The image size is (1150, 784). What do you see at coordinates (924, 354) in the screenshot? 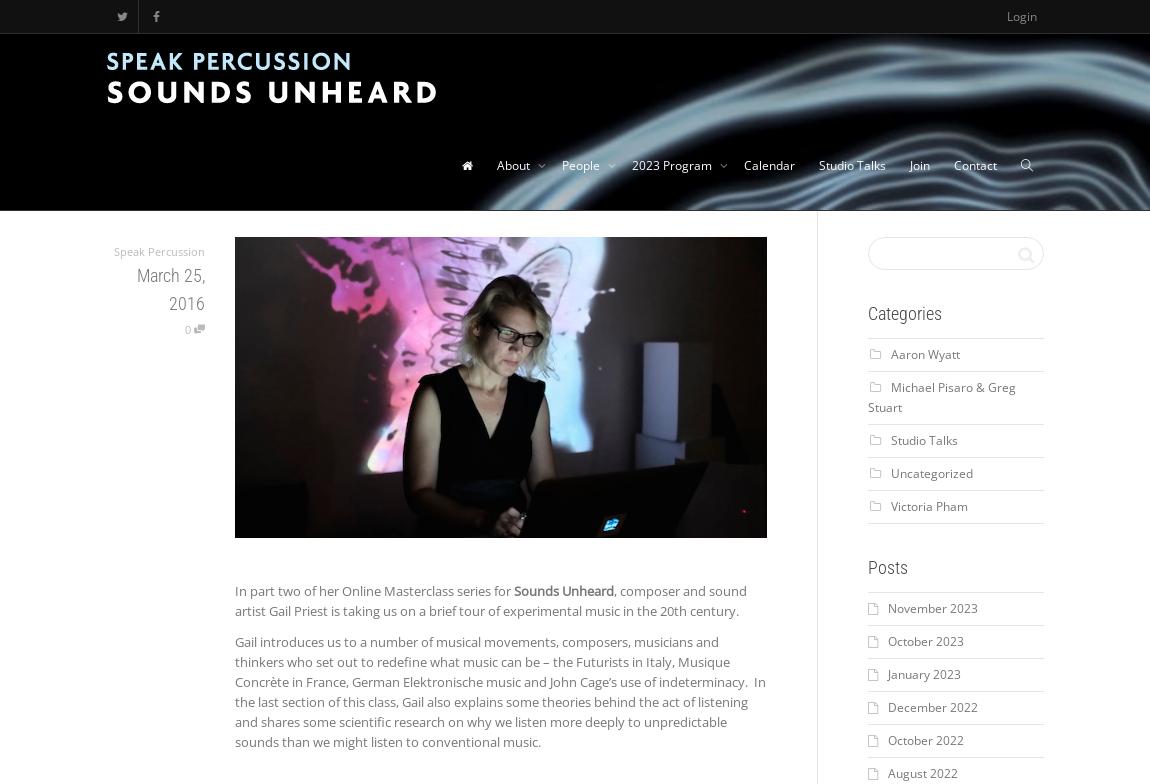
I see `'Aaron Wyatt'` at bounding box center [924, 354].